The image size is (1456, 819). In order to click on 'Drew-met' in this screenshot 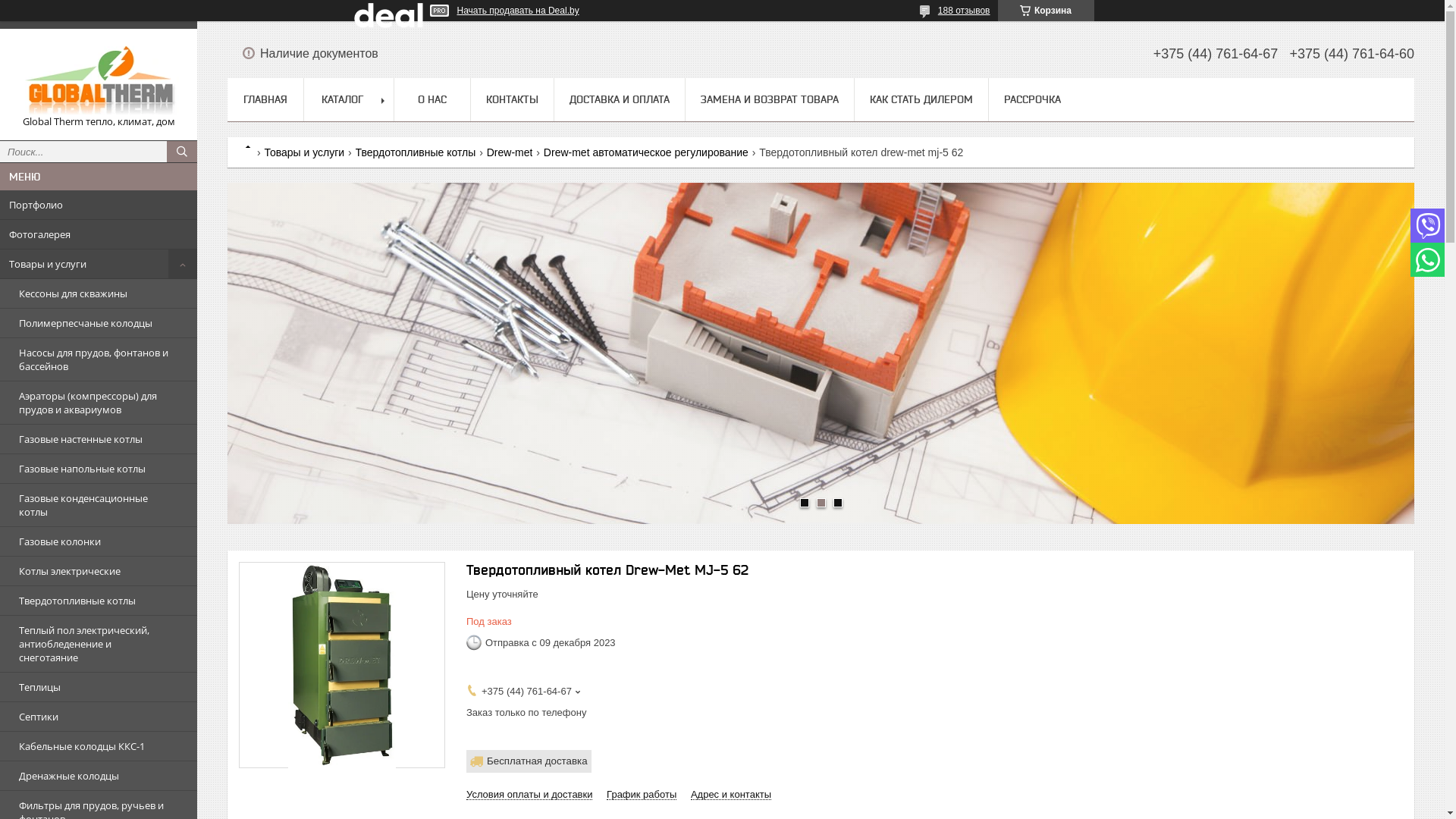, I will do `click(510, 152)`.